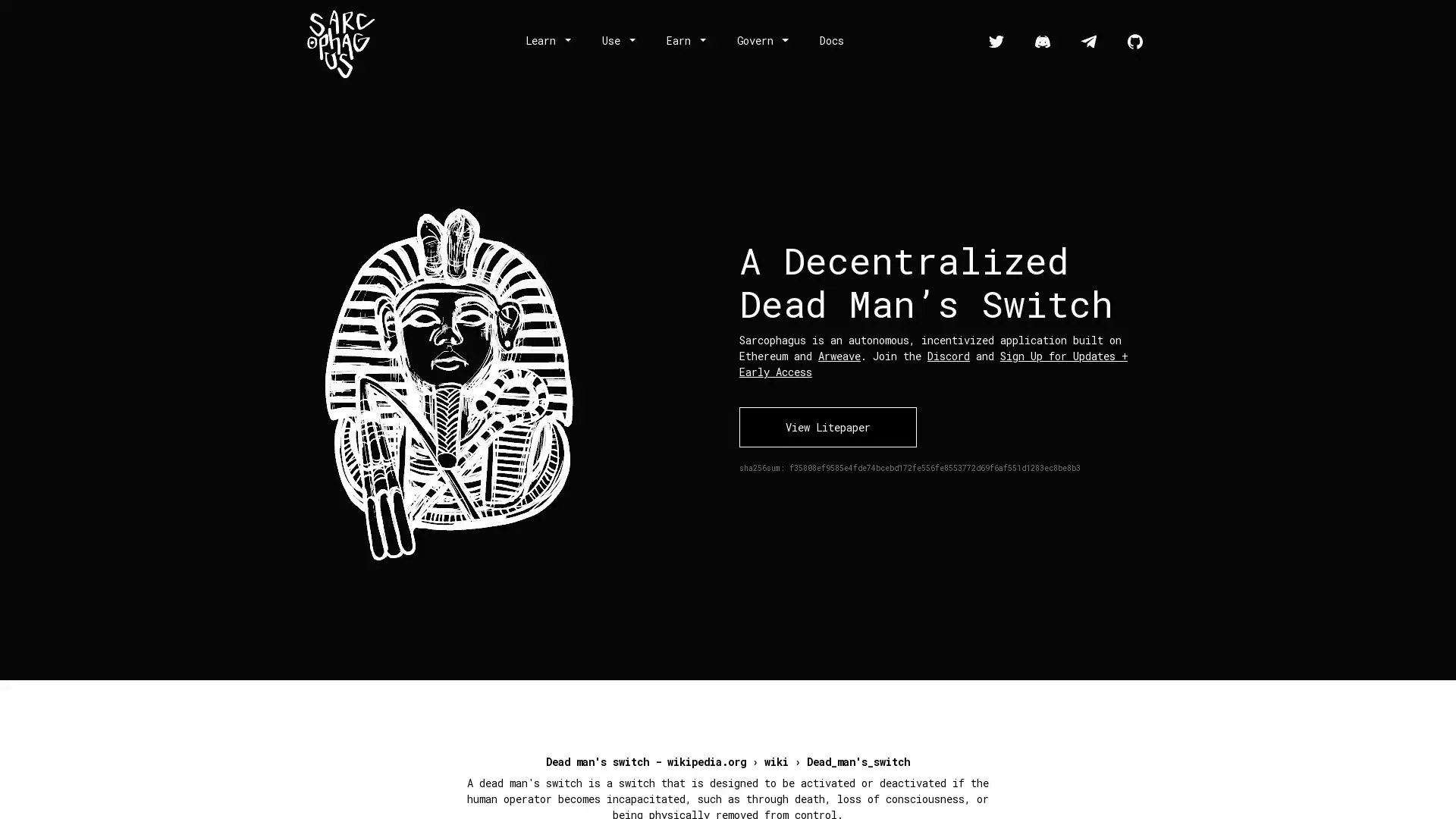 The height and width of the screenshot is (819, 1456). Describe the element at coordinates (827, 426) in the screenshot. I see `View Litepaper` at that location.